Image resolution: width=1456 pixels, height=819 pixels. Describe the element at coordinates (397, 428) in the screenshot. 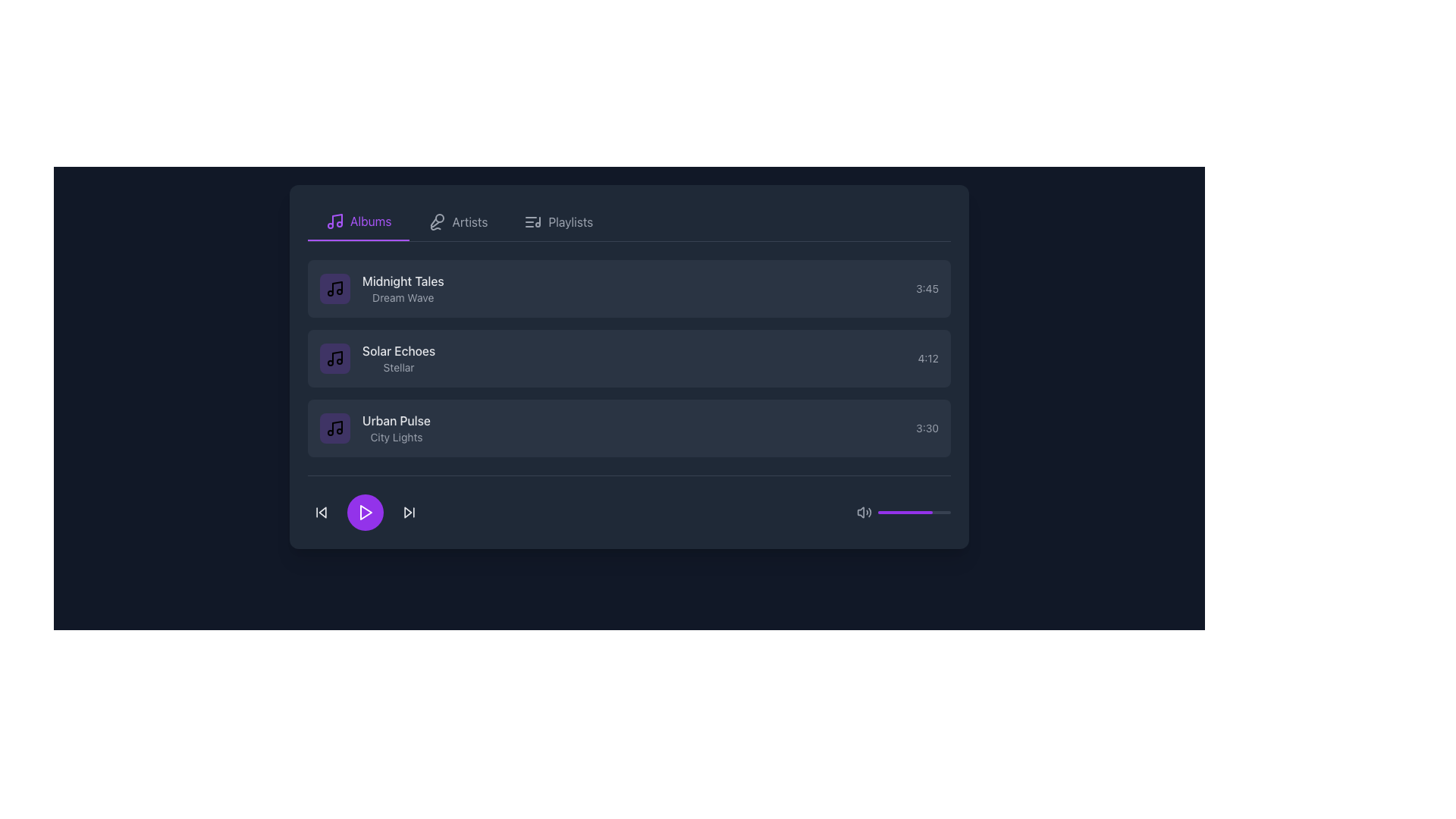

I see `the 'Urban Pulse' text label which is the third item` at that location.